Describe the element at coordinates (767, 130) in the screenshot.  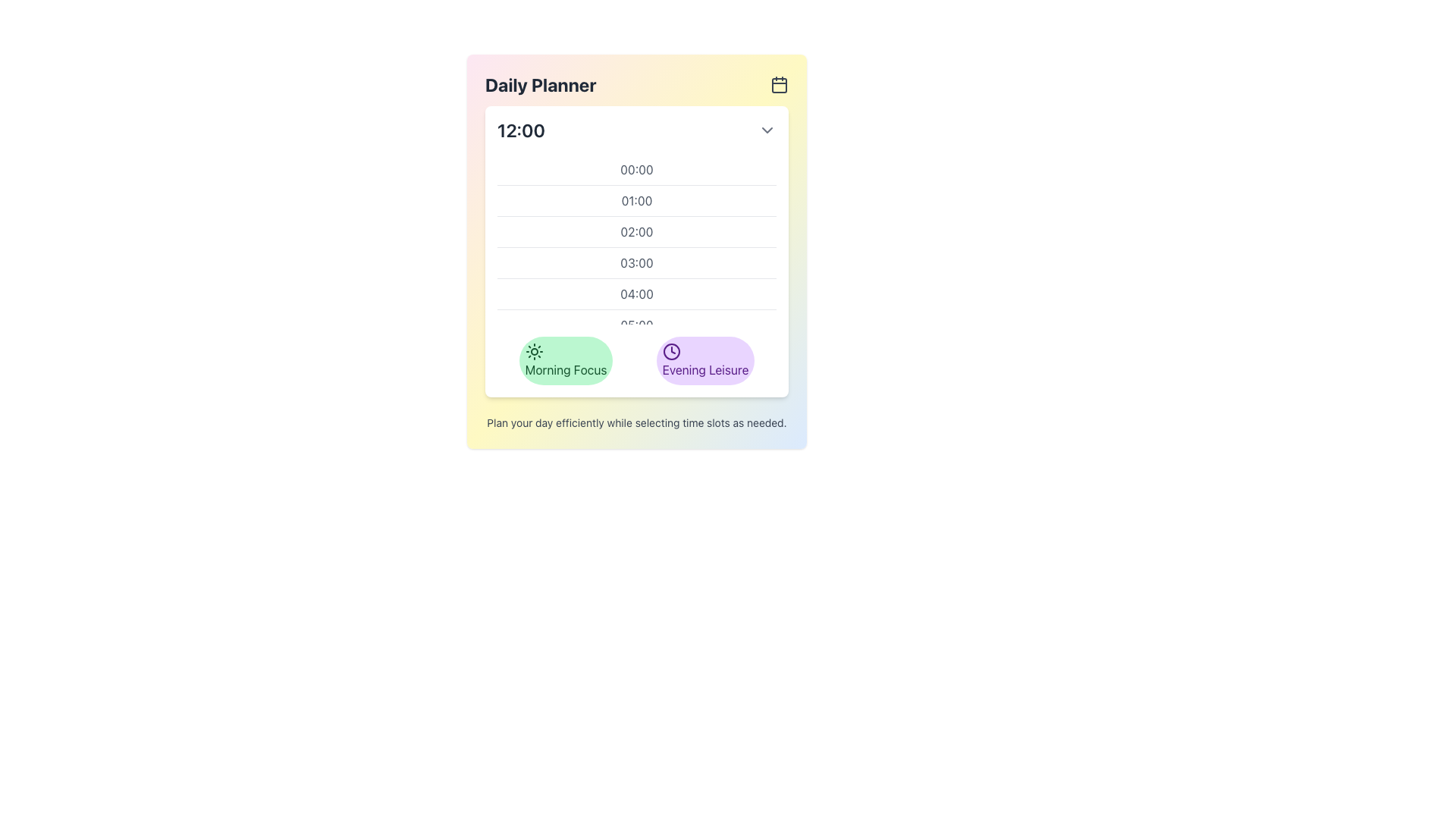
I see `the downward-pointing gray Dropdown Trigger Icon located in the top-right corner of the 'Daily Planner' section under '12:00'` at that location.